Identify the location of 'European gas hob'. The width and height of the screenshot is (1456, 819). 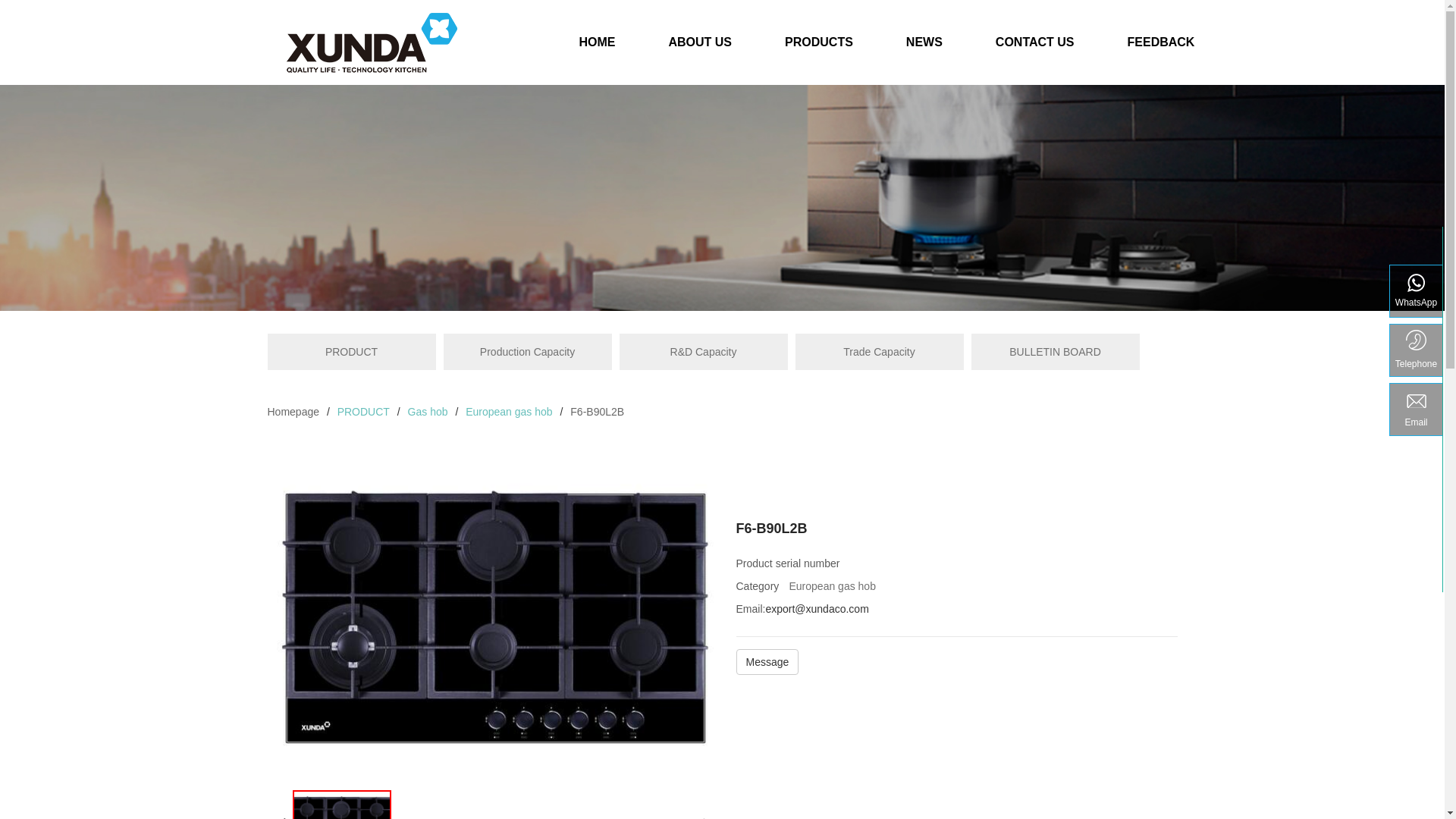
(465, 412).